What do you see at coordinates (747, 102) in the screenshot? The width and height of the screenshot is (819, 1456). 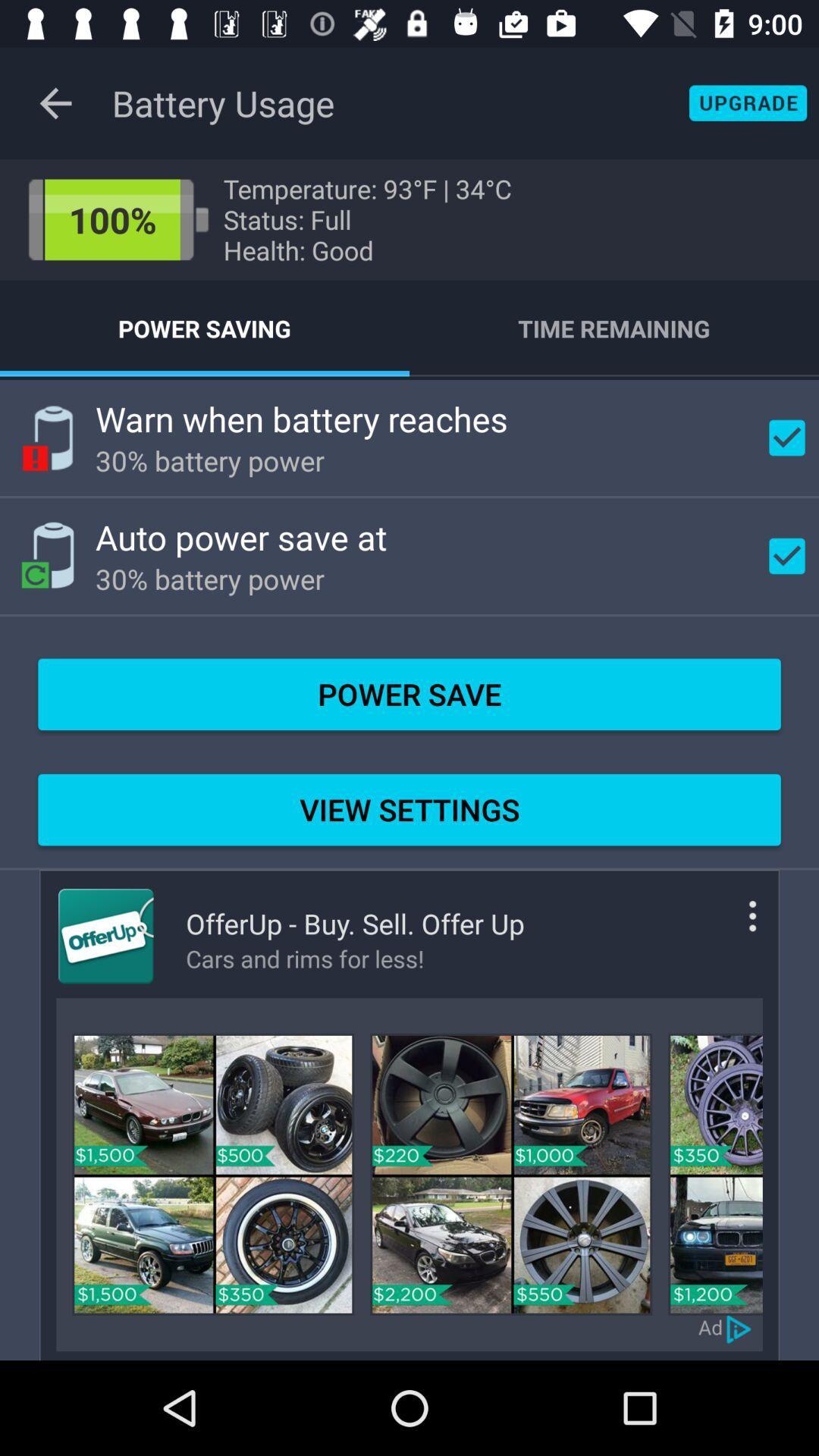 I see `upgrade option` at bounding box center [747, 102].